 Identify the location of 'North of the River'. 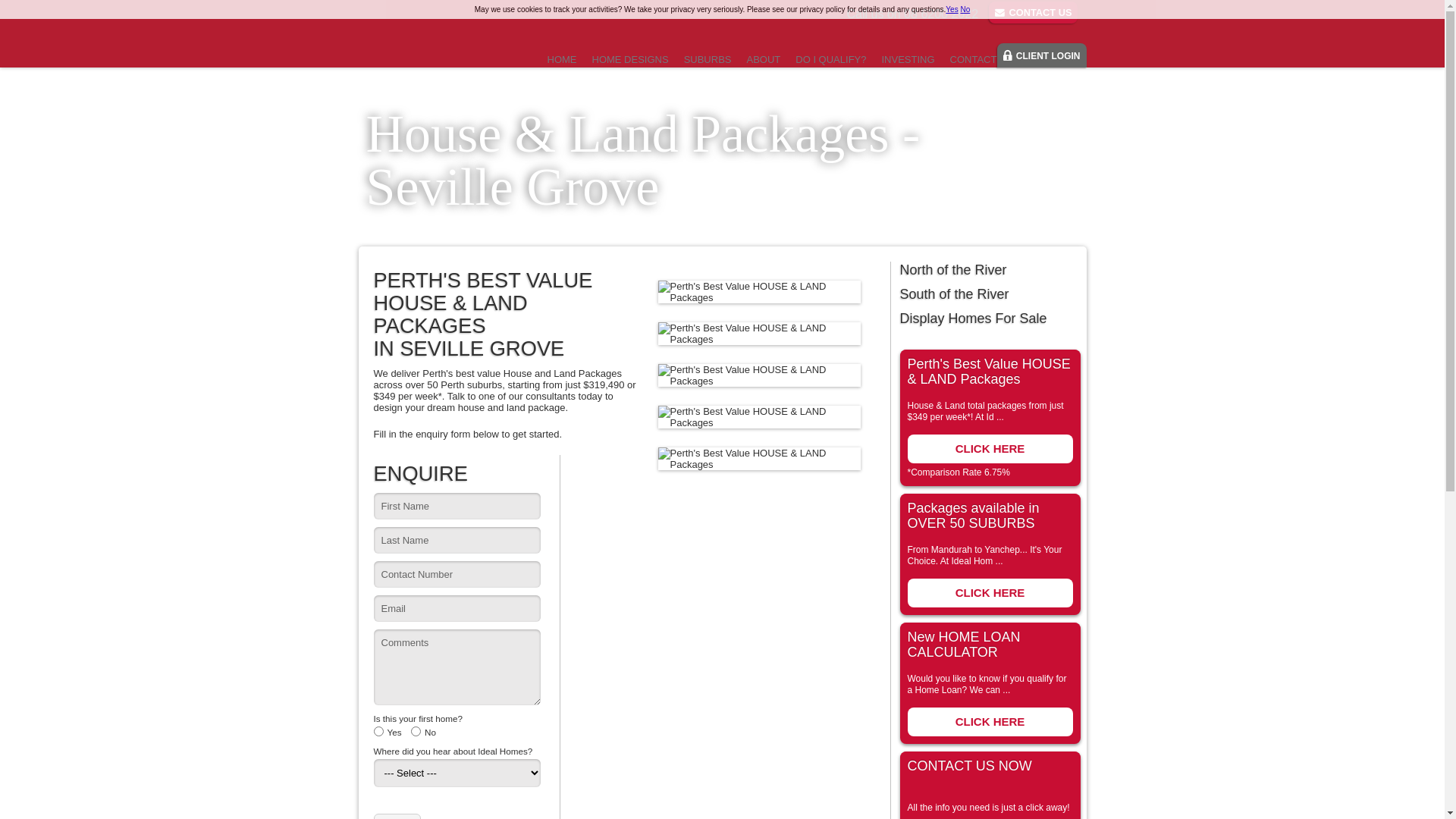
(989, 268).